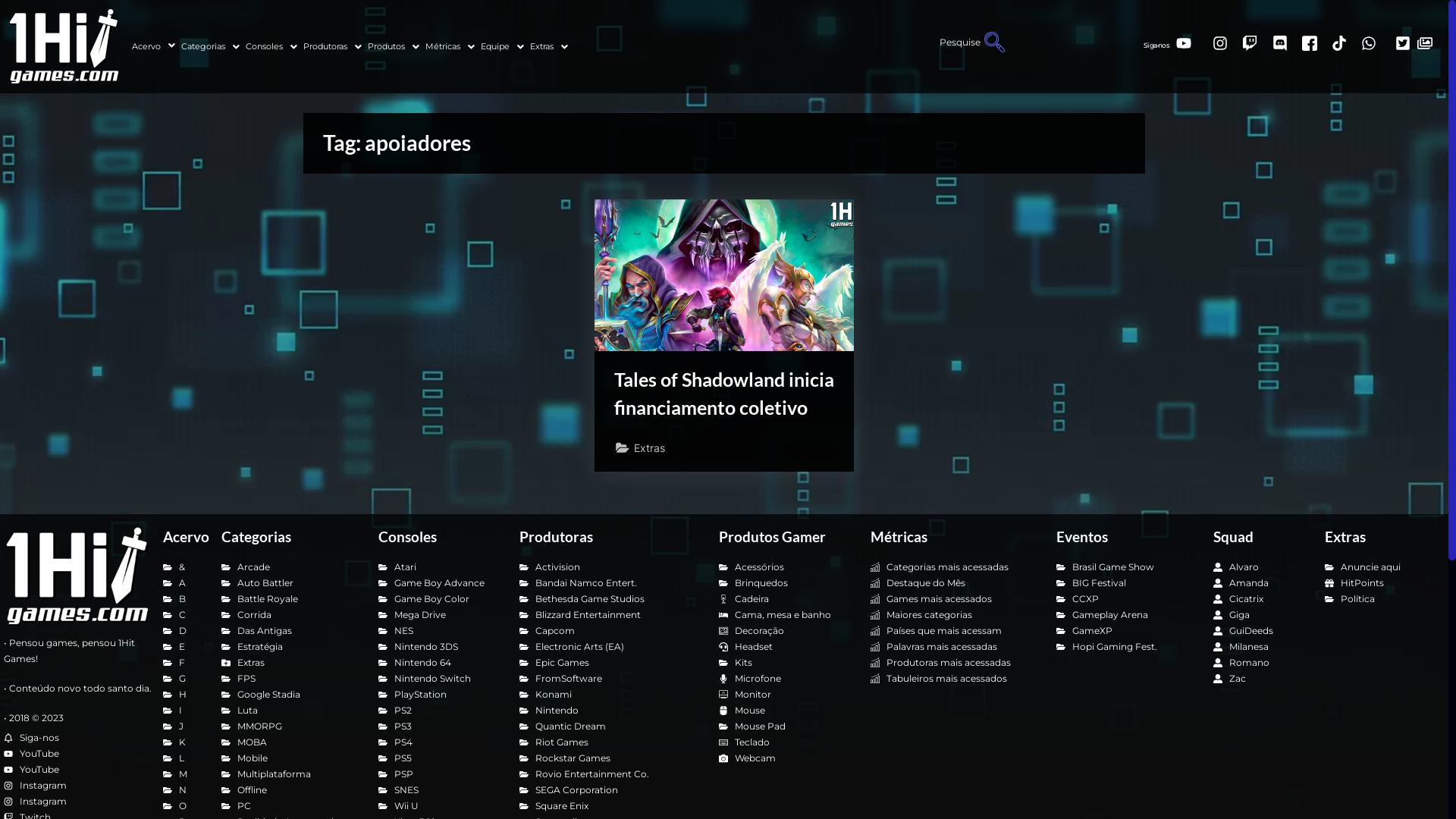  I want to click on 'Mobile', so click(292, 758).